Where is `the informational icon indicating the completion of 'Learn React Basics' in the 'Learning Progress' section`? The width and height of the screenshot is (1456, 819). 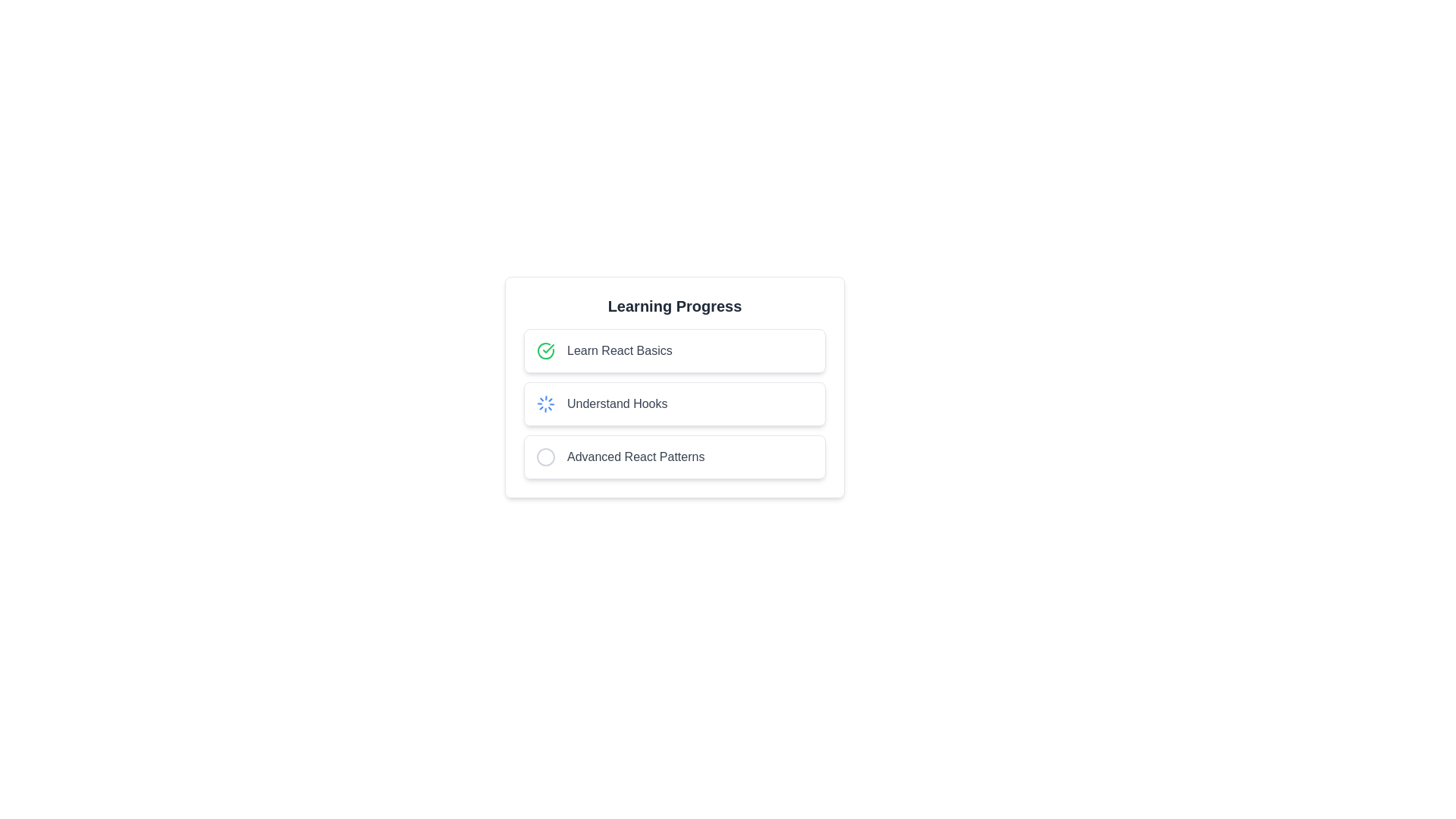 the informational icon indicating the completion of 'Learn React Basics' in the 'Learning Progress' section is located at coordinates (546, 350).